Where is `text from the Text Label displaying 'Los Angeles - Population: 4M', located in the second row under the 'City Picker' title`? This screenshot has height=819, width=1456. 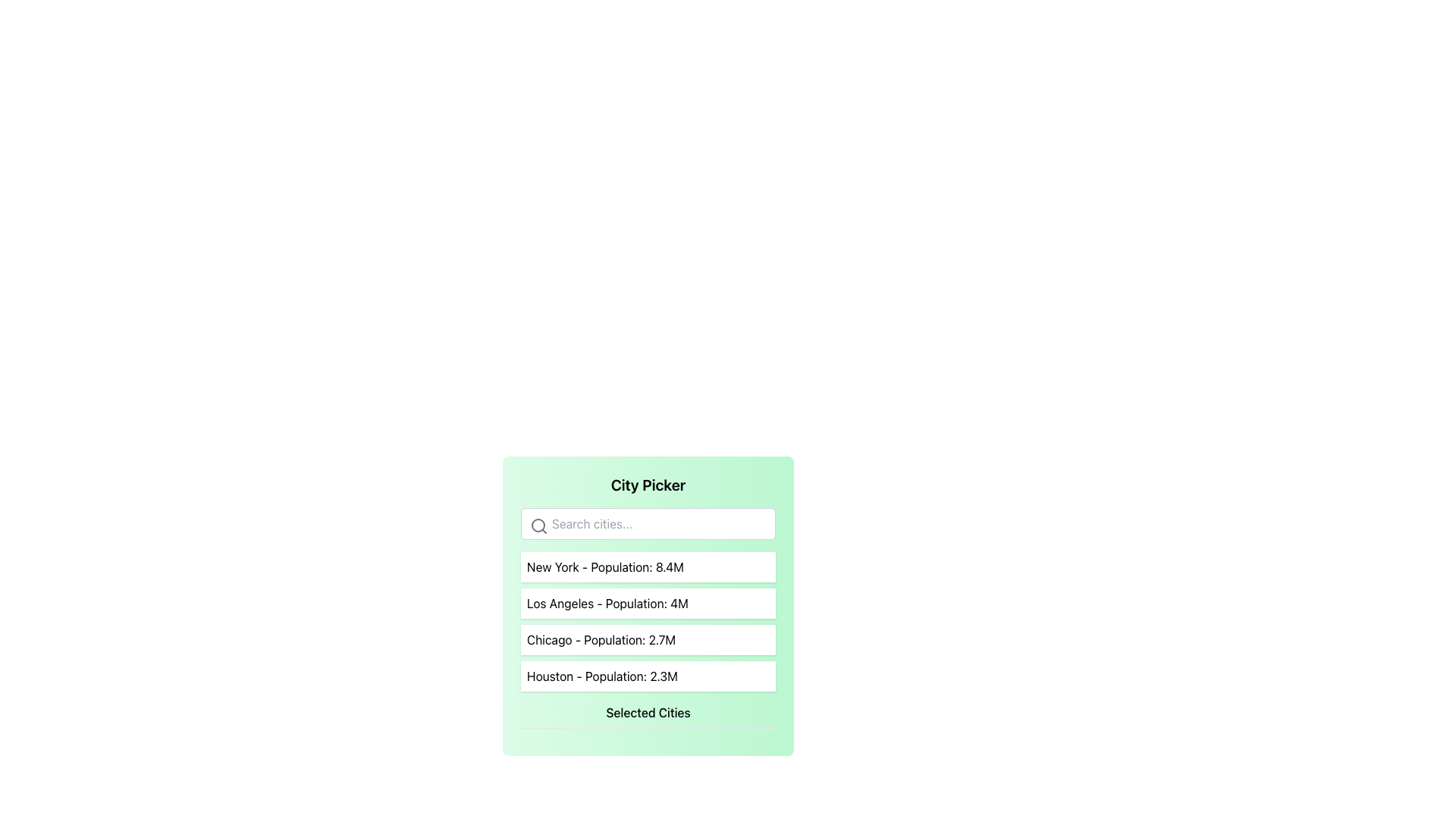
text from the Text Label displaying 'Los Angeles - Population: 4M', located in the second row under the 'City Picker' title is located at coordinates (607, 602).